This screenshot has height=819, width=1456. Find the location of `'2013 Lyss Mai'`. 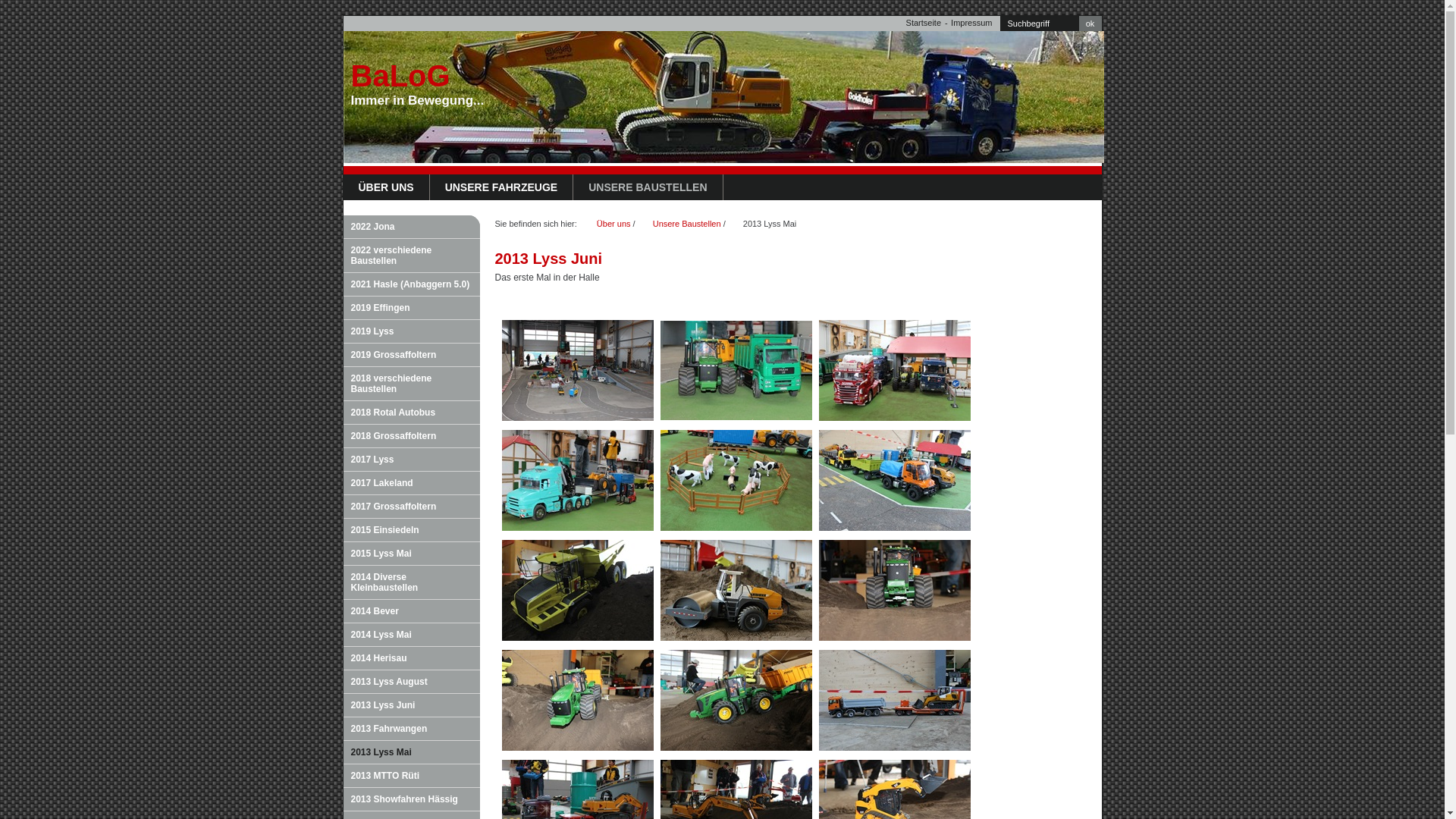

'2013 Lyss Mai' is located at coordinates (411, 752).